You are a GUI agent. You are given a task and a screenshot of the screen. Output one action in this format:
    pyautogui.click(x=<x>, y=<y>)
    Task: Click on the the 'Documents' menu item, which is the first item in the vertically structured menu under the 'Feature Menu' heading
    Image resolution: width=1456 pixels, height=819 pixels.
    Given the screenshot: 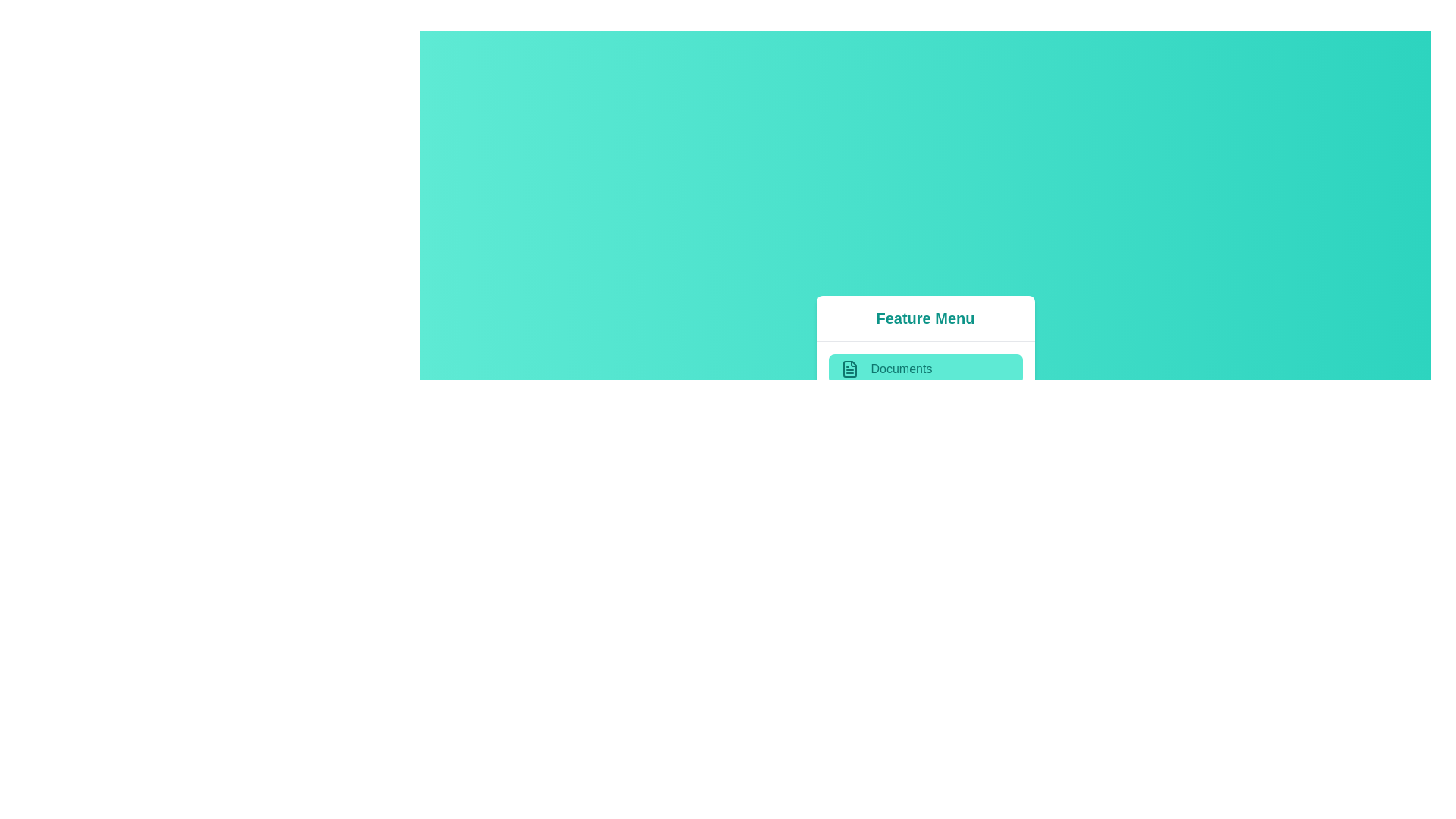 What is the action you would take?
    pyautogui.click(x=924, y=369)
    